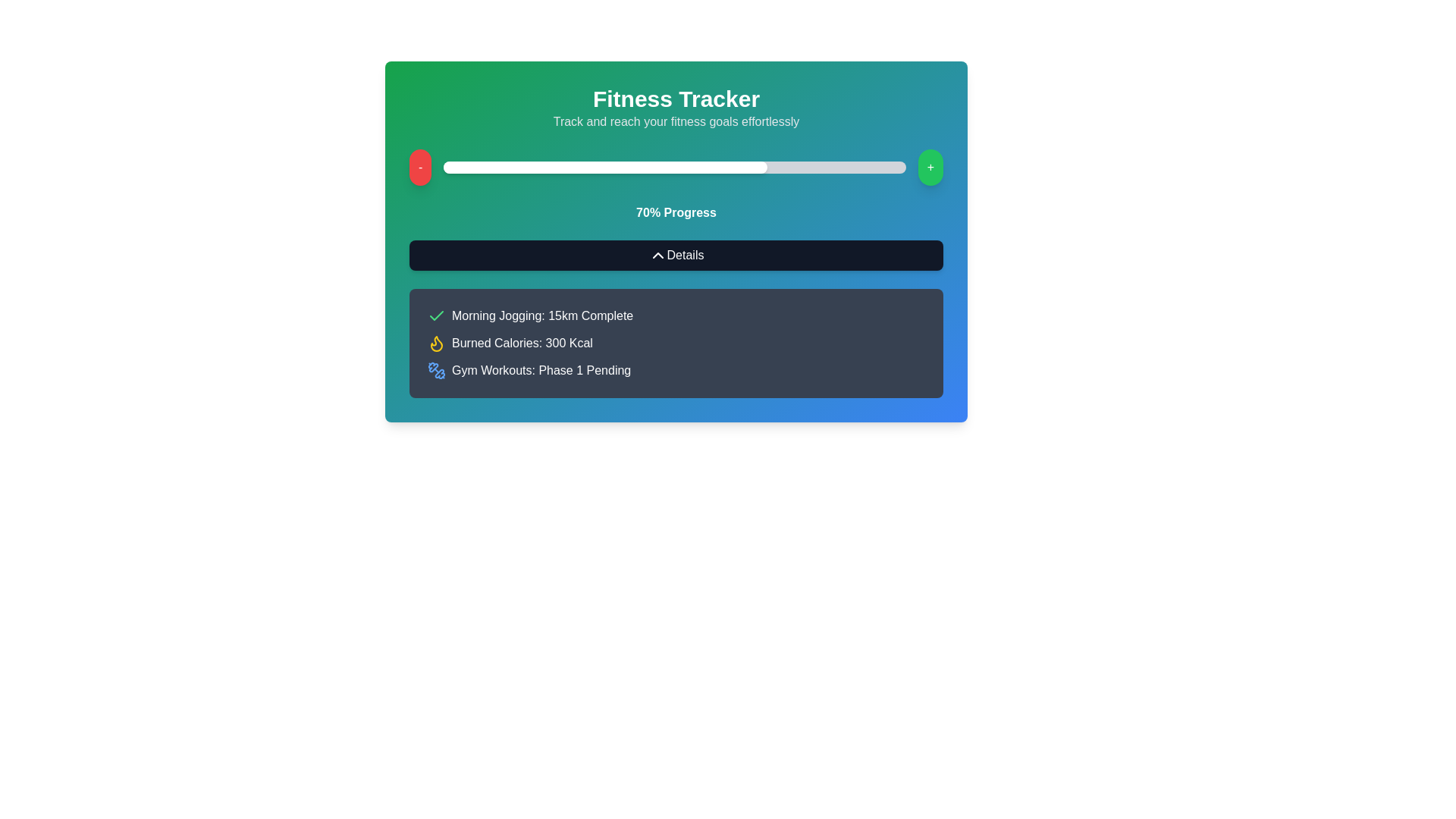 This screenshot has height=819, width=1456. Describe the element at coordinates (930, 167) in the screenshot. I see `the circular green button with a '+' symbol located at the extreme right of the horizontal progress bar` at that location.